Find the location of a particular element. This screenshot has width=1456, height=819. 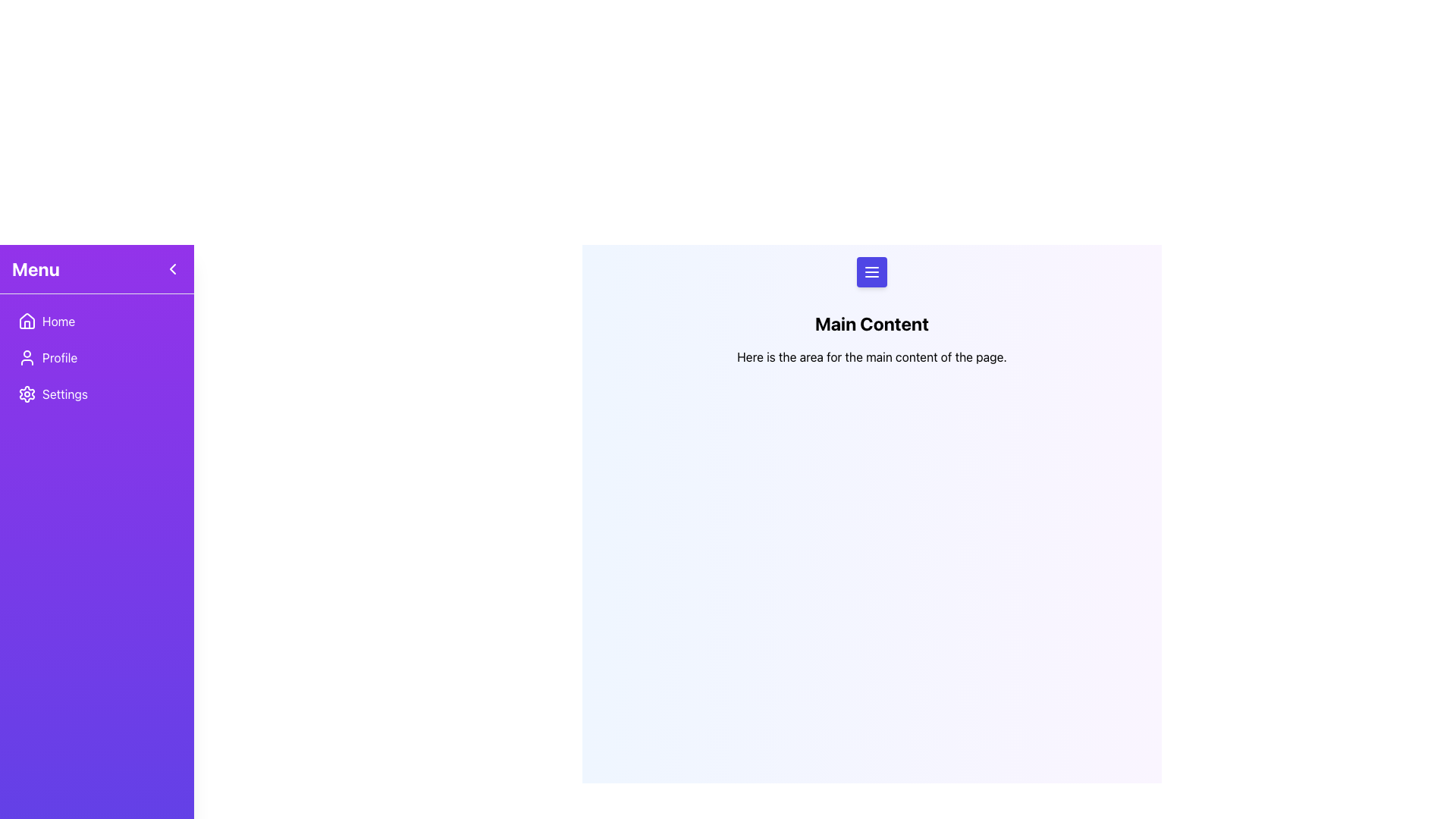

the settings icon located as the third item in the sidebar menu is located at coordinates (27, 394).